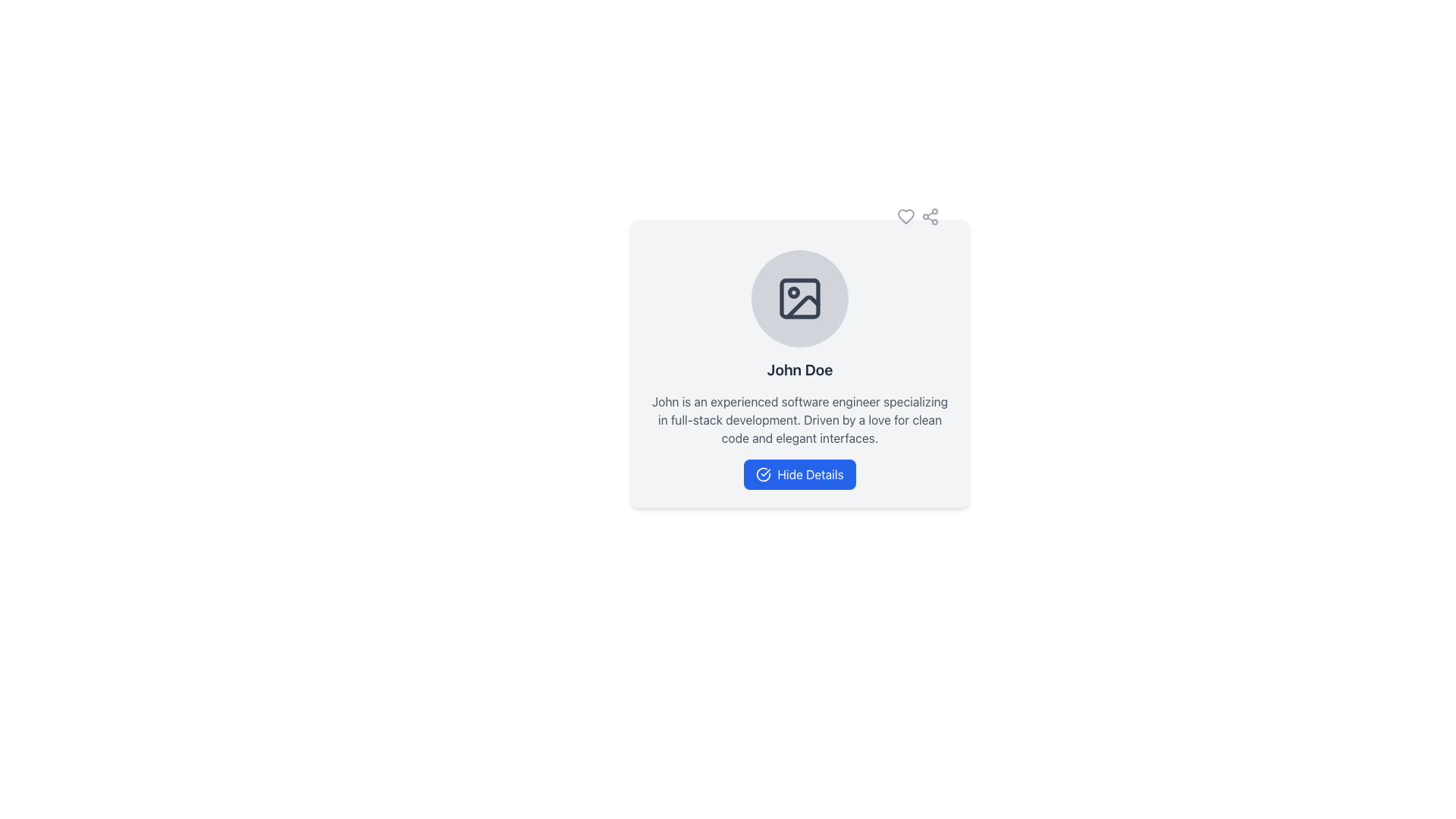 The height and width of the screenshot is (819, 1456). What do you see at coordinates (799, 298) in the screenshot?
I see `the icon element that depicts a mountain-like shape with a circular object above it, colored dark gray, located at the top center of a card-like layout` at bounding box center [799, 298].